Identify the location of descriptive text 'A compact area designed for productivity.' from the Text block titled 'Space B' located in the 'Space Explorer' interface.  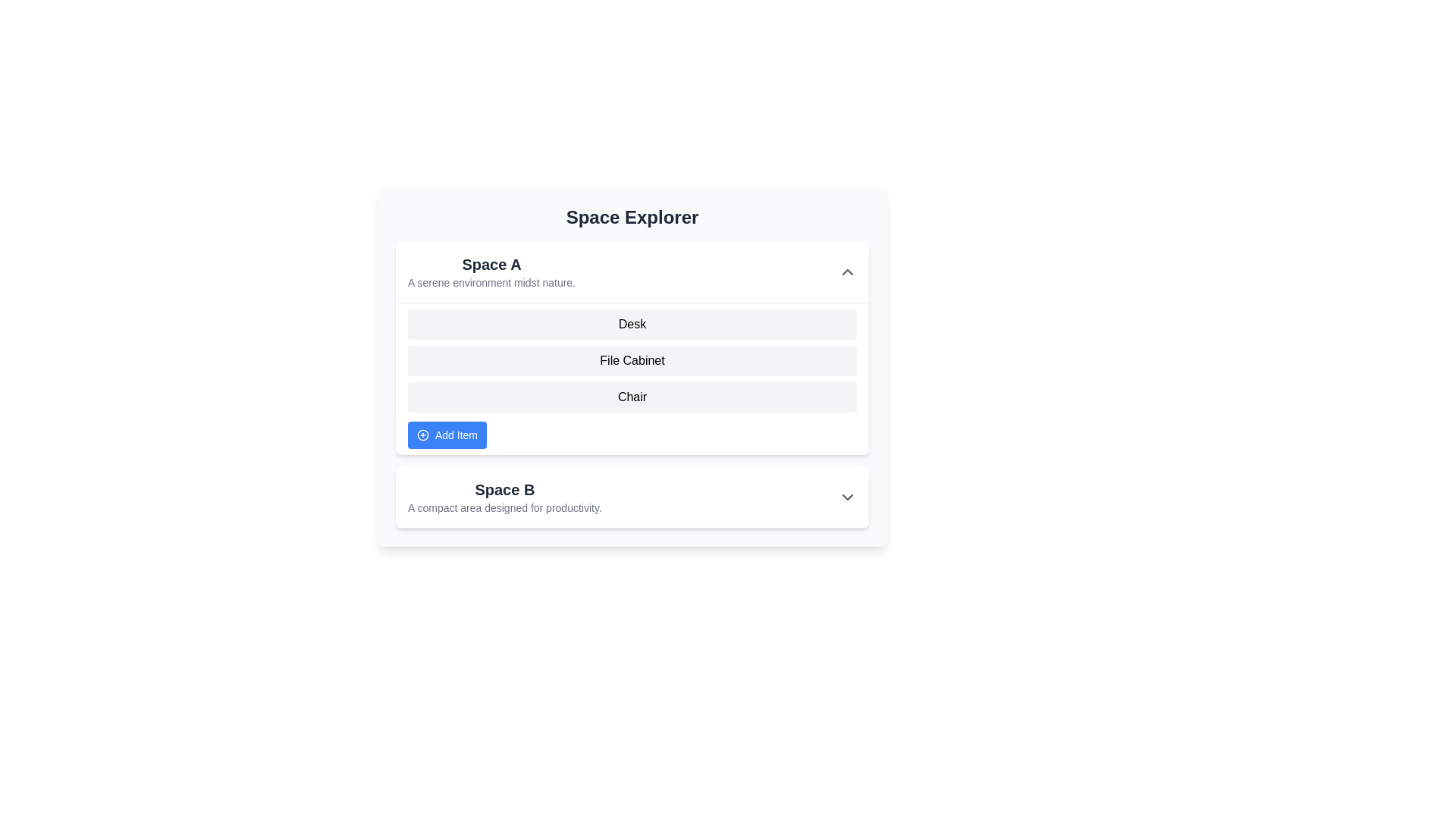
(504, 497).